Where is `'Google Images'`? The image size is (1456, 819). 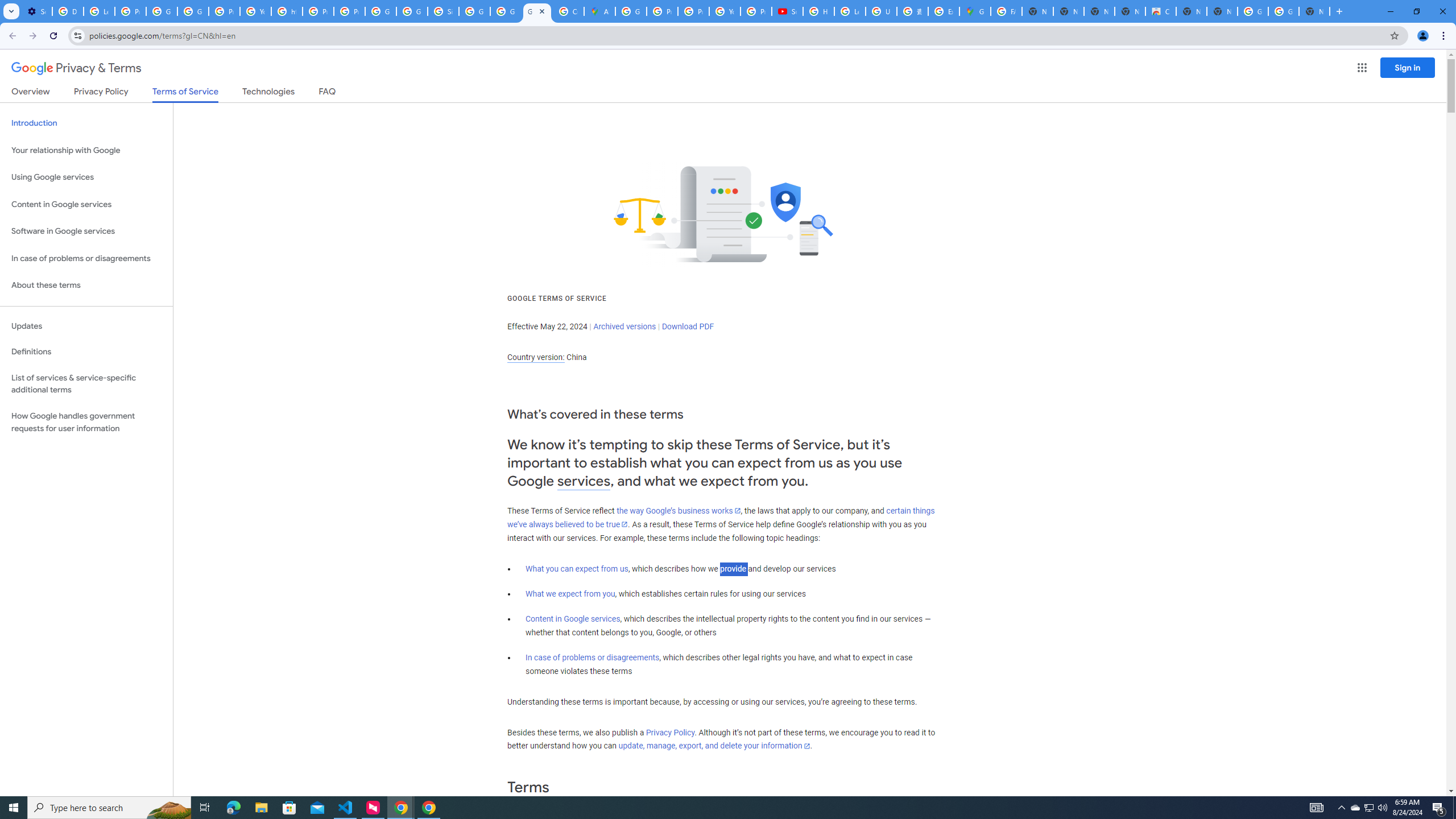 'Google Images' is located at coordinates (1252, 11).